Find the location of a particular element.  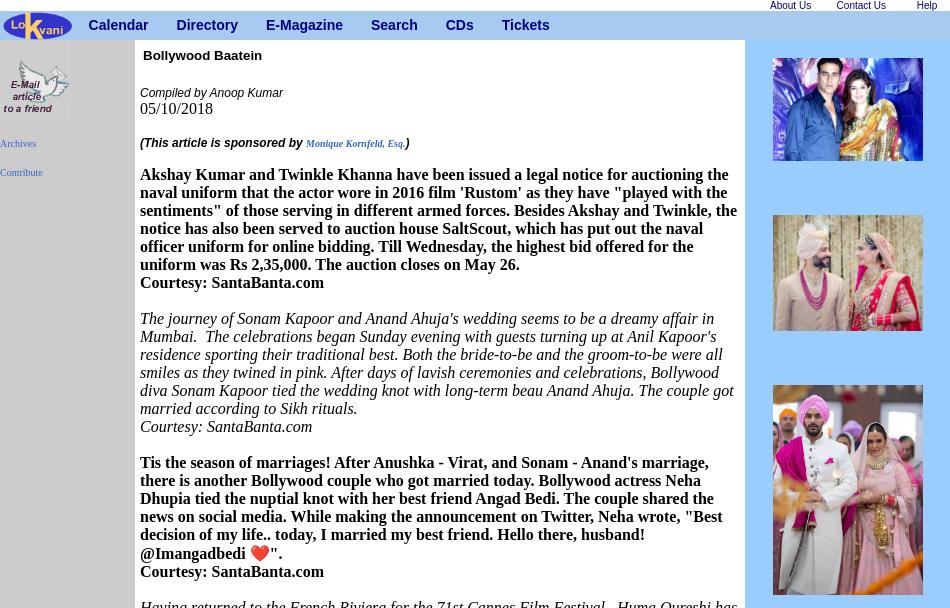

'Contribute' is located at coordinates (0, 172).